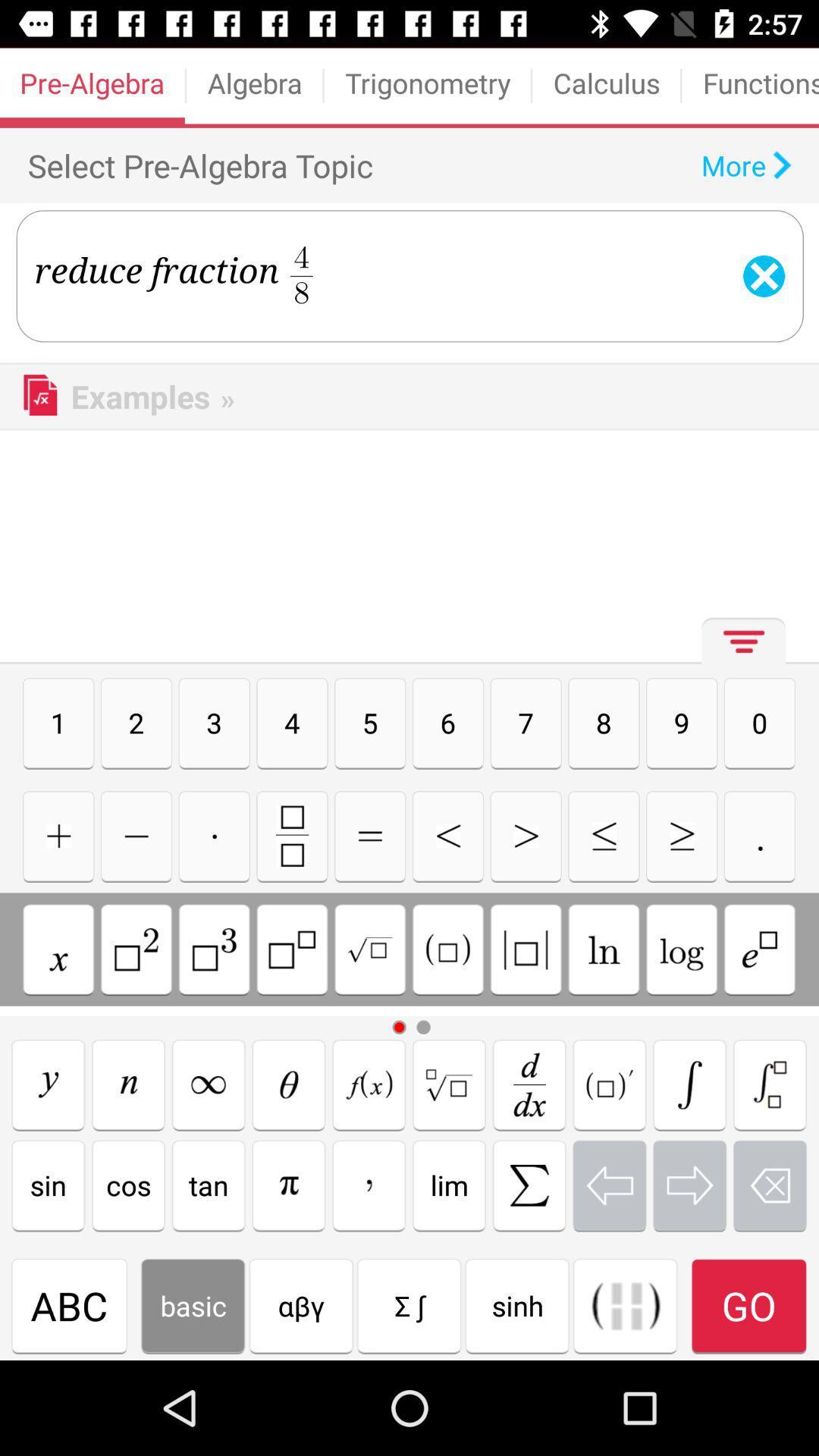 This screenshot has width=819, height=1456. I want to click on the arrow_backward icon, so click(608, 1185).